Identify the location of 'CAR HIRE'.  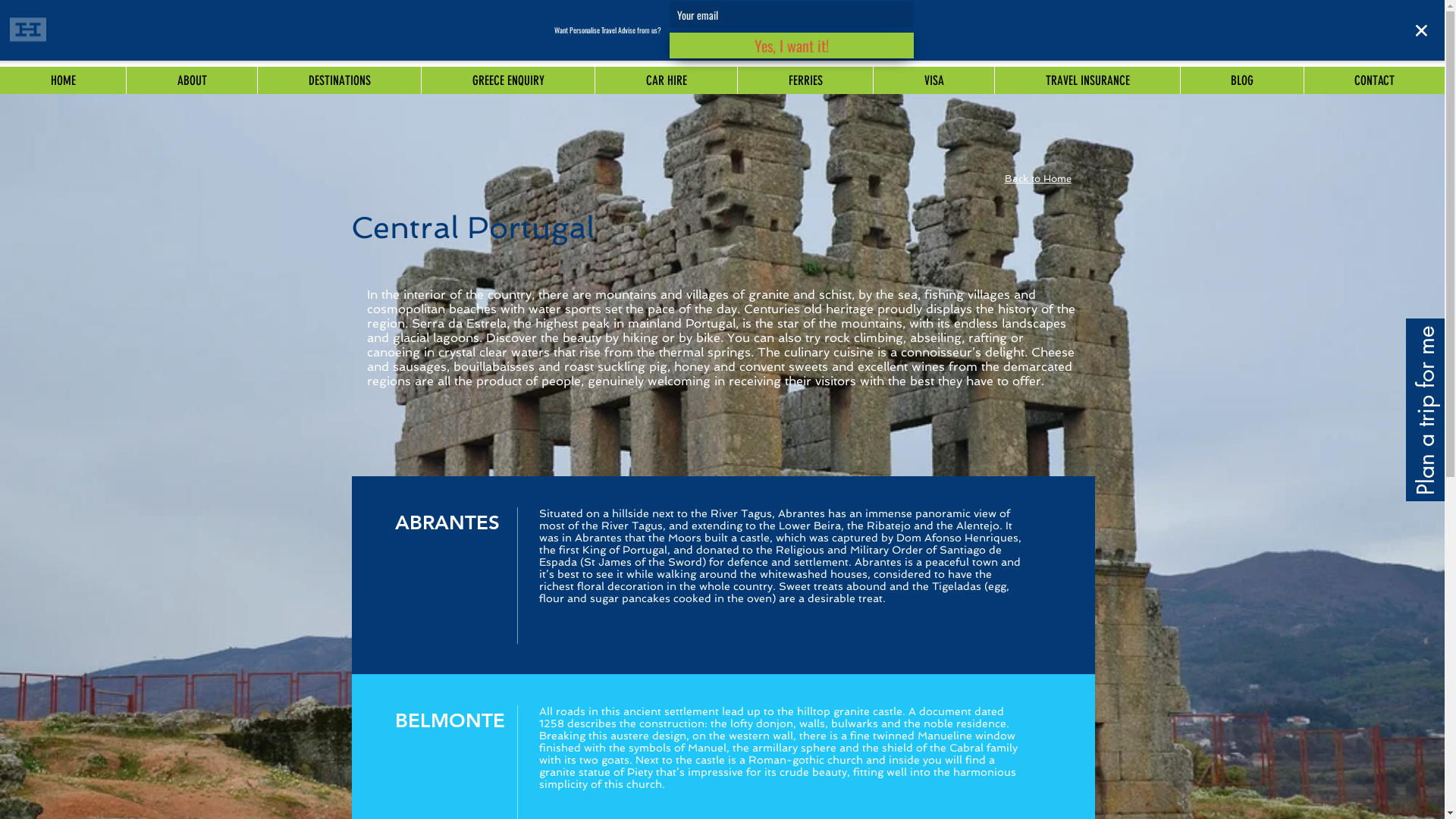
(666, 80).